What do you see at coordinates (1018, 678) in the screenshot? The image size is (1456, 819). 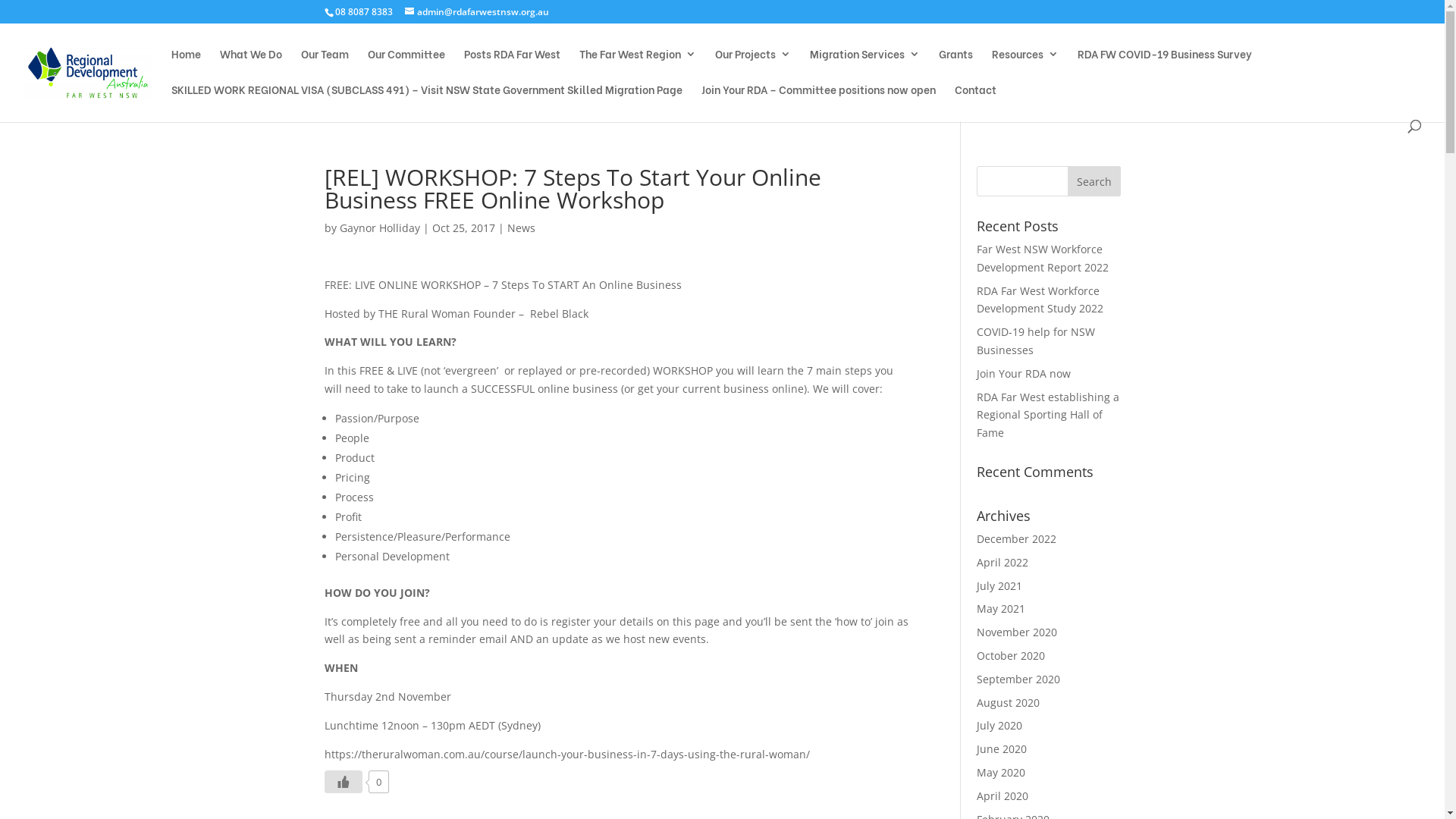 I see `'September 2020'` at bounding box center [1018, 678].